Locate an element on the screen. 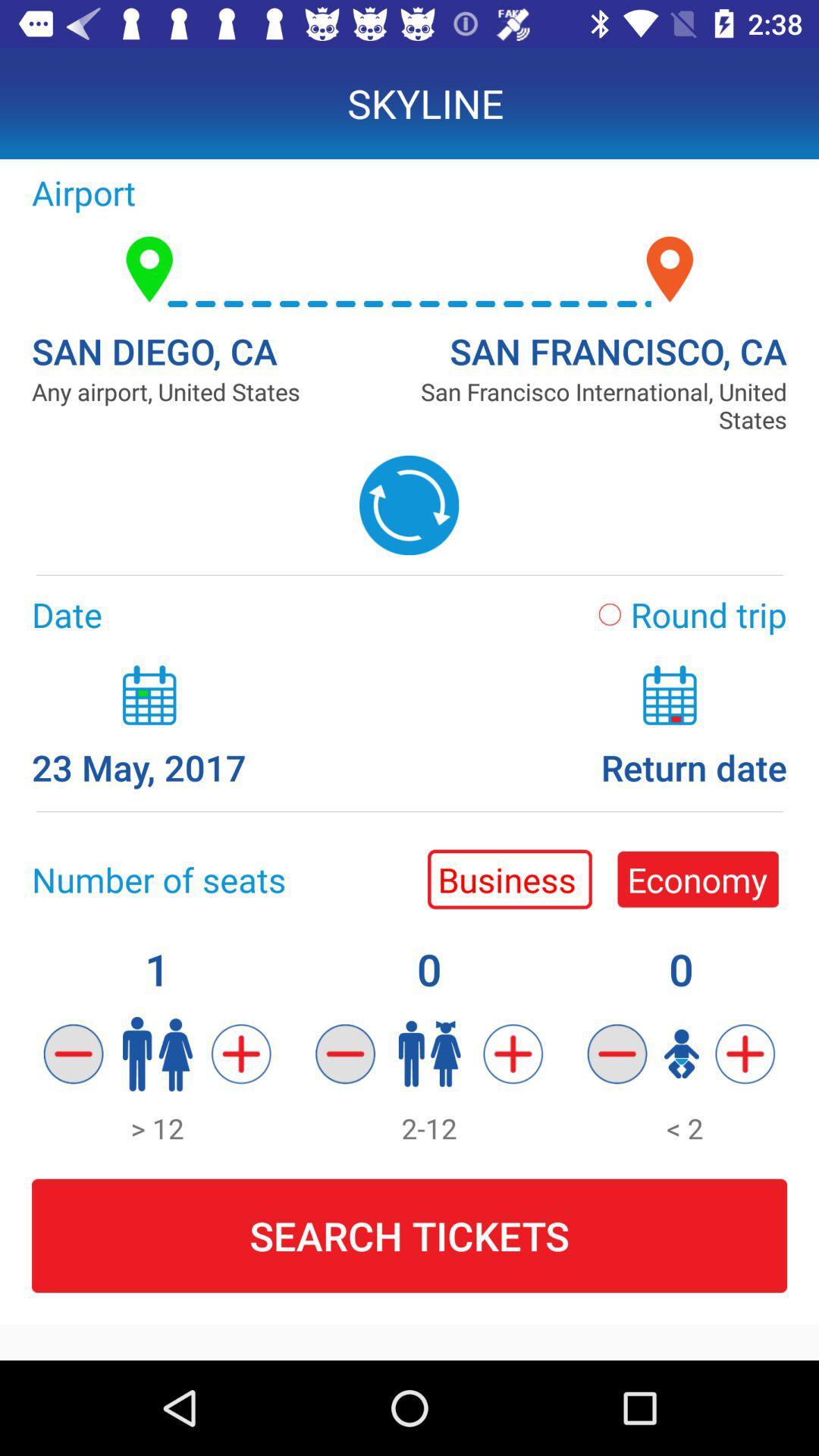 This screenshot has height=1456, width=819. round trip button is located at coordinates (683, 614).